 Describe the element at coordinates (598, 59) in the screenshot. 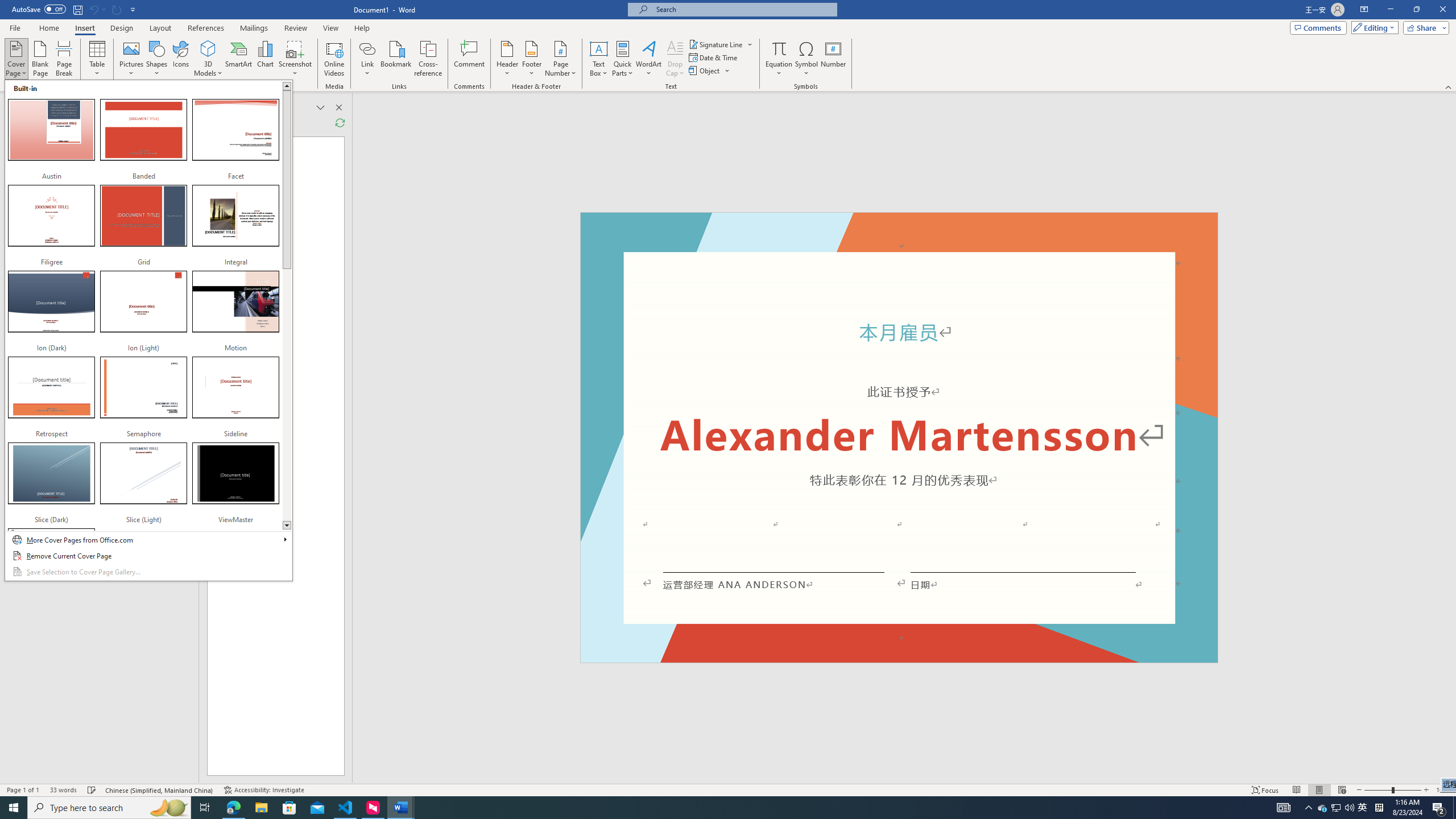

I see `'Text Box'` at that location.